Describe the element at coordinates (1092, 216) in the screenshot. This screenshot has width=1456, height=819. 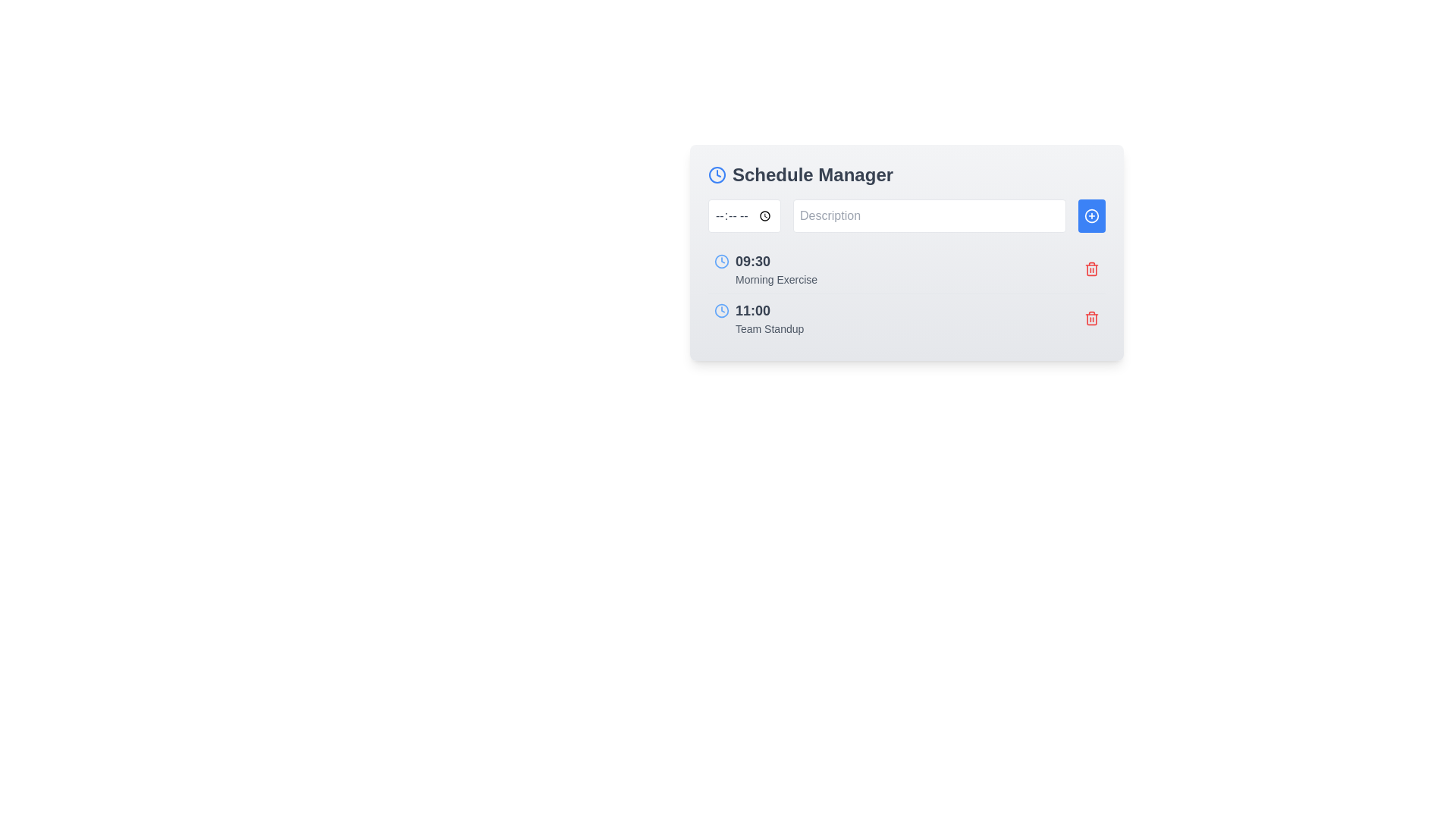
I see `the SVG graphical component within the button located on the right side of the input field` at that location.